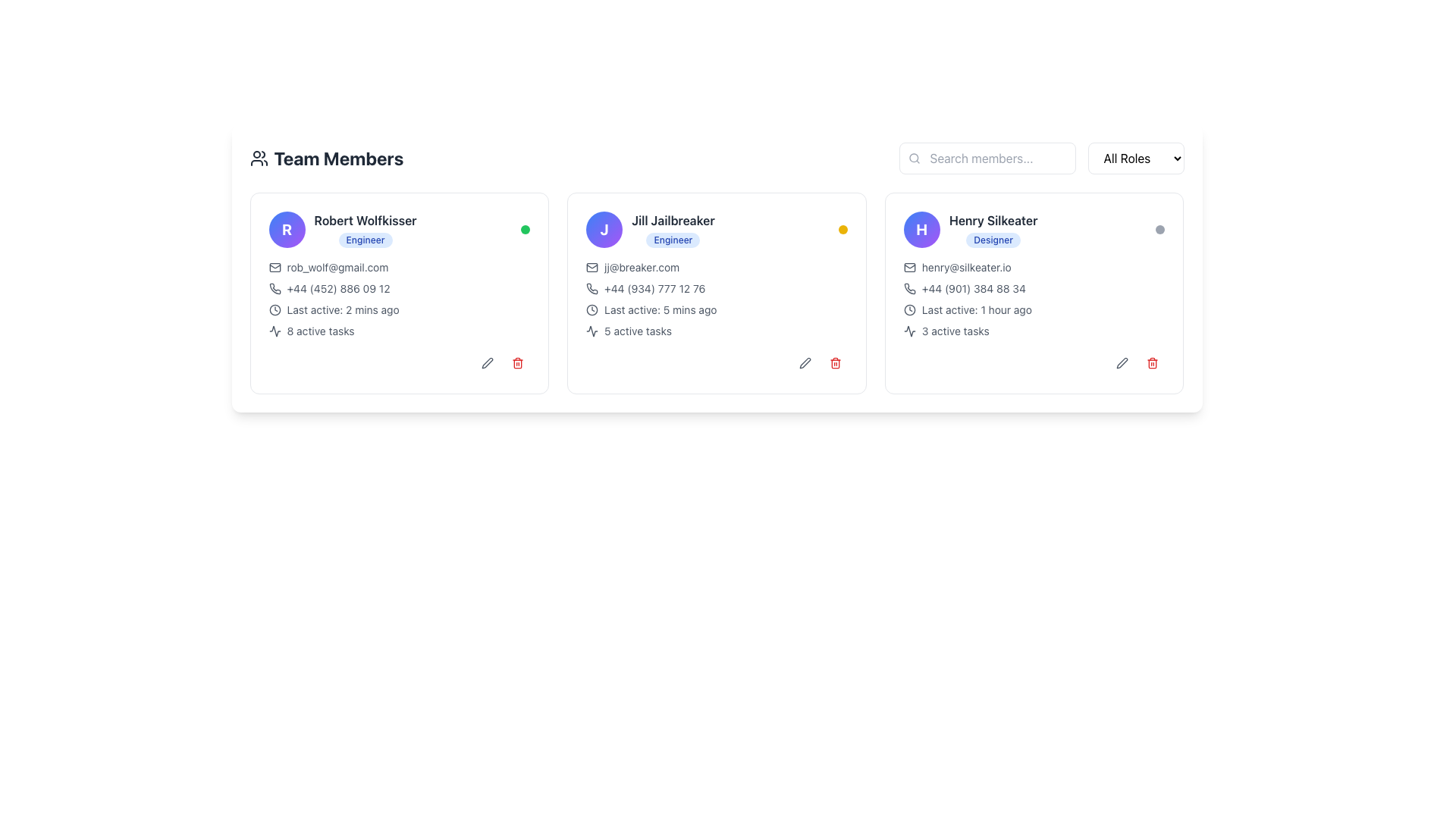 This screenshot has height=819, width=1456. What do you see at coordinates (993, 220) in the screenshot?
I see `on the text element displaying the name 'Henry Silkeater' at the top of the third user profile card` at bounding box center [993, 220].